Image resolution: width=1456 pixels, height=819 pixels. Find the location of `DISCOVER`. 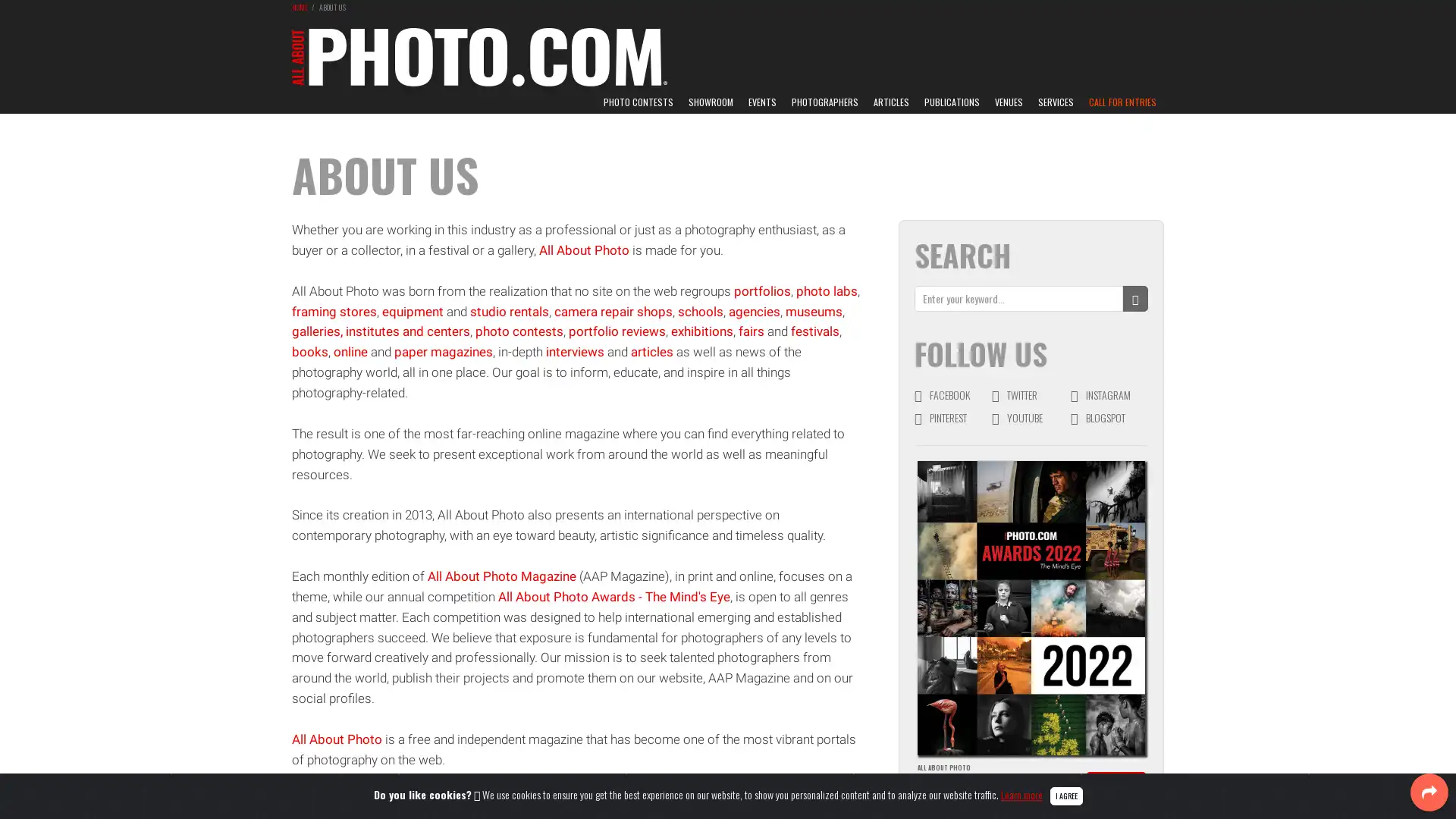

DISCOVER is located at coordinates (1116, 784).